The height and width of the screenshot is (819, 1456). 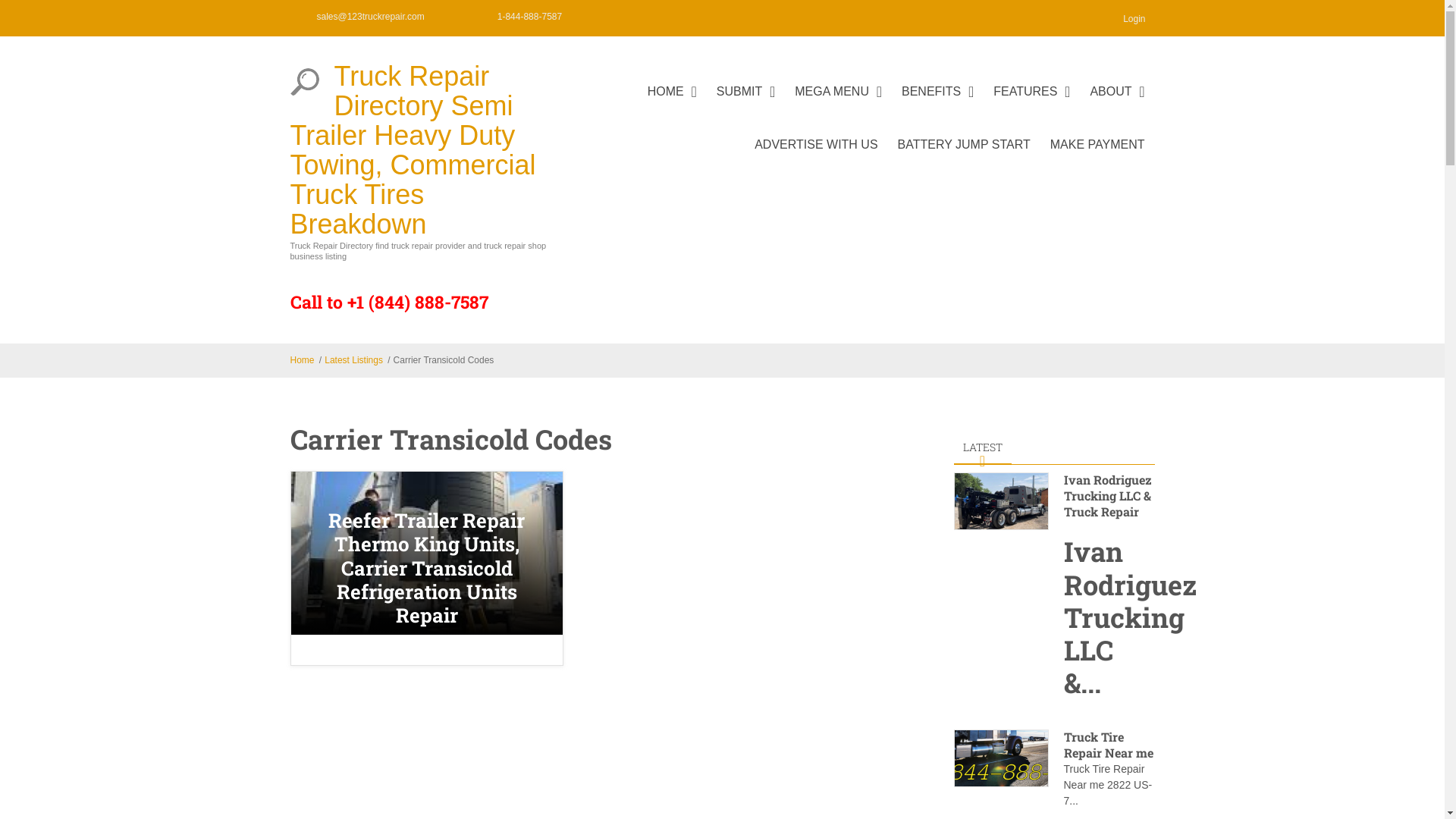 I want to click on 'FEATURES', so click(x=1031, y=103).